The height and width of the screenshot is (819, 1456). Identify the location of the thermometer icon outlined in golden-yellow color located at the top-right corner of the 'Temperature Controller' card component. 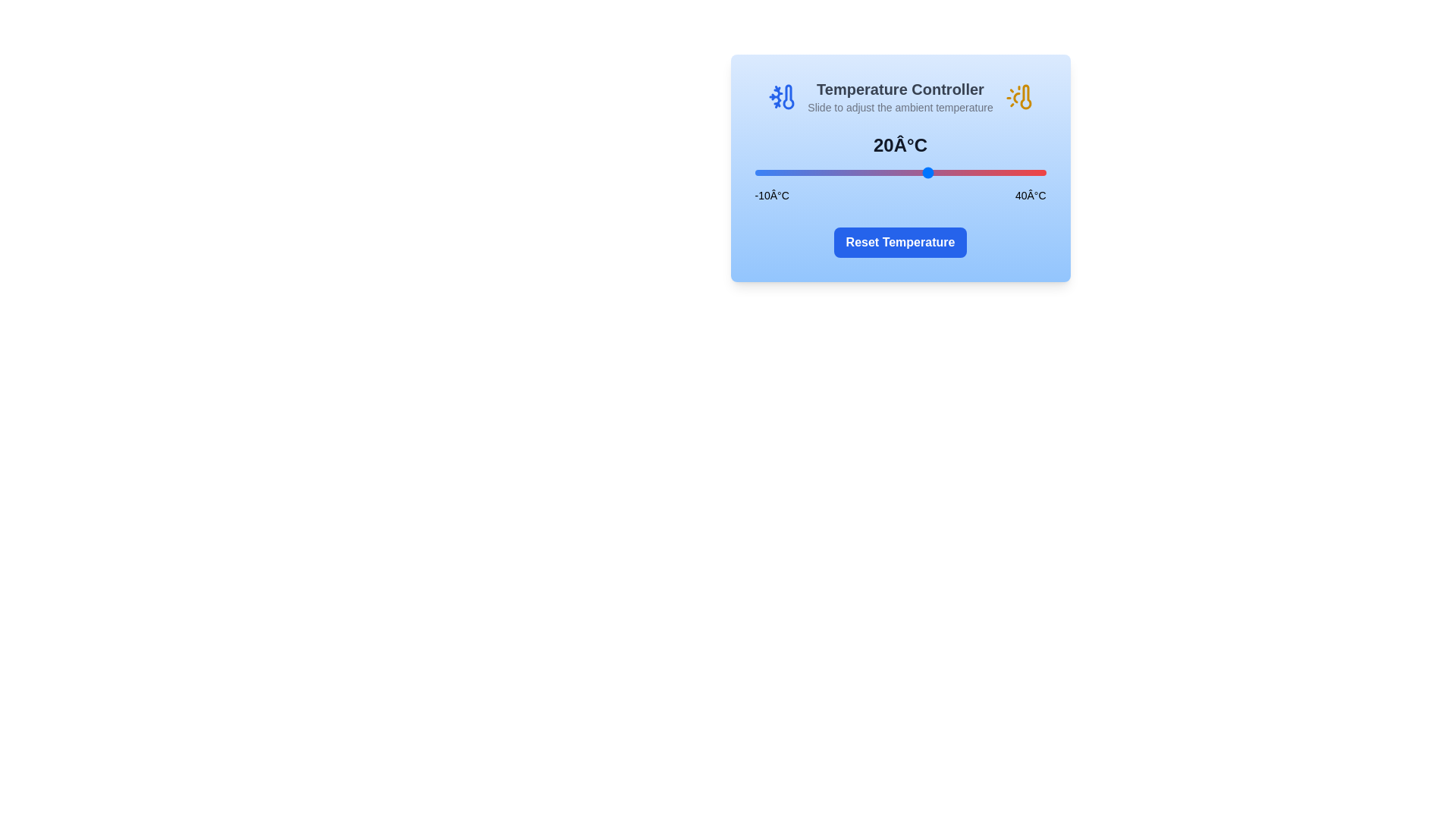
(1025, 96).